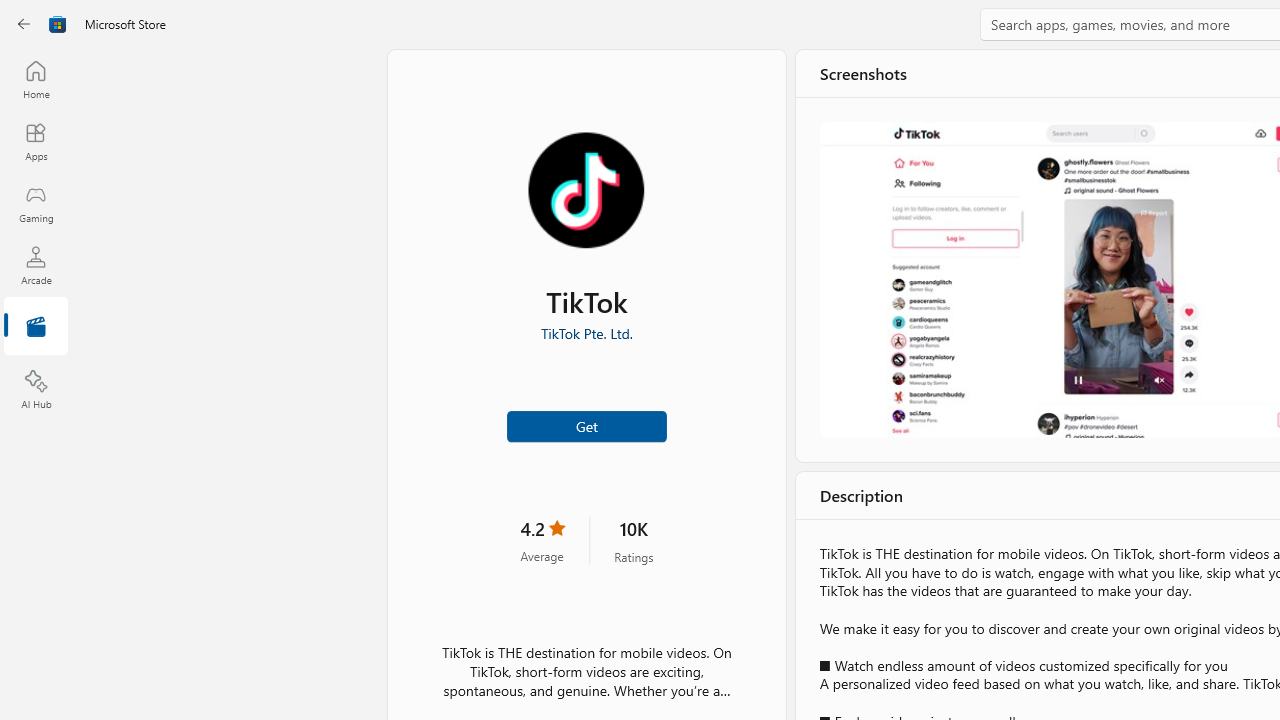 Image resolution: width=1280 pixels, height=720 pixels. I want to click on 'Apps', so click(35, 140).